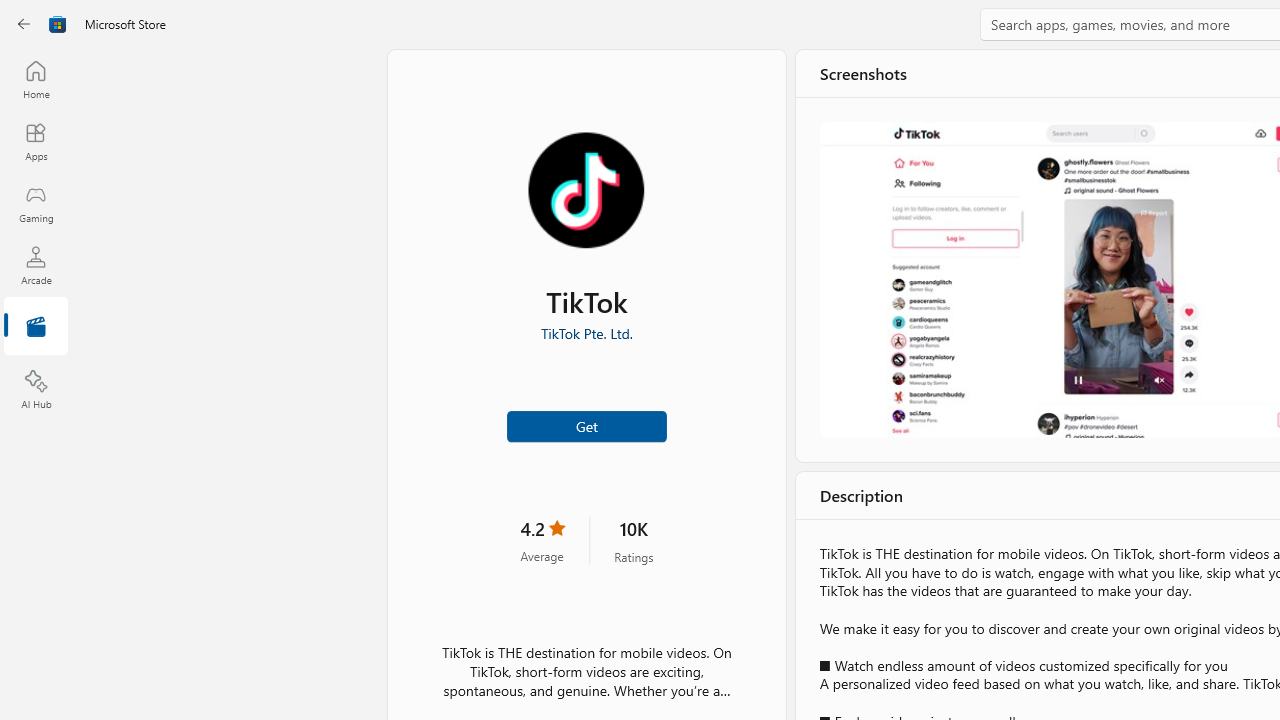 Image resolution: width=1280 pixels, height=720 pixels. I want to click on 'Apps', so click(35, 140).